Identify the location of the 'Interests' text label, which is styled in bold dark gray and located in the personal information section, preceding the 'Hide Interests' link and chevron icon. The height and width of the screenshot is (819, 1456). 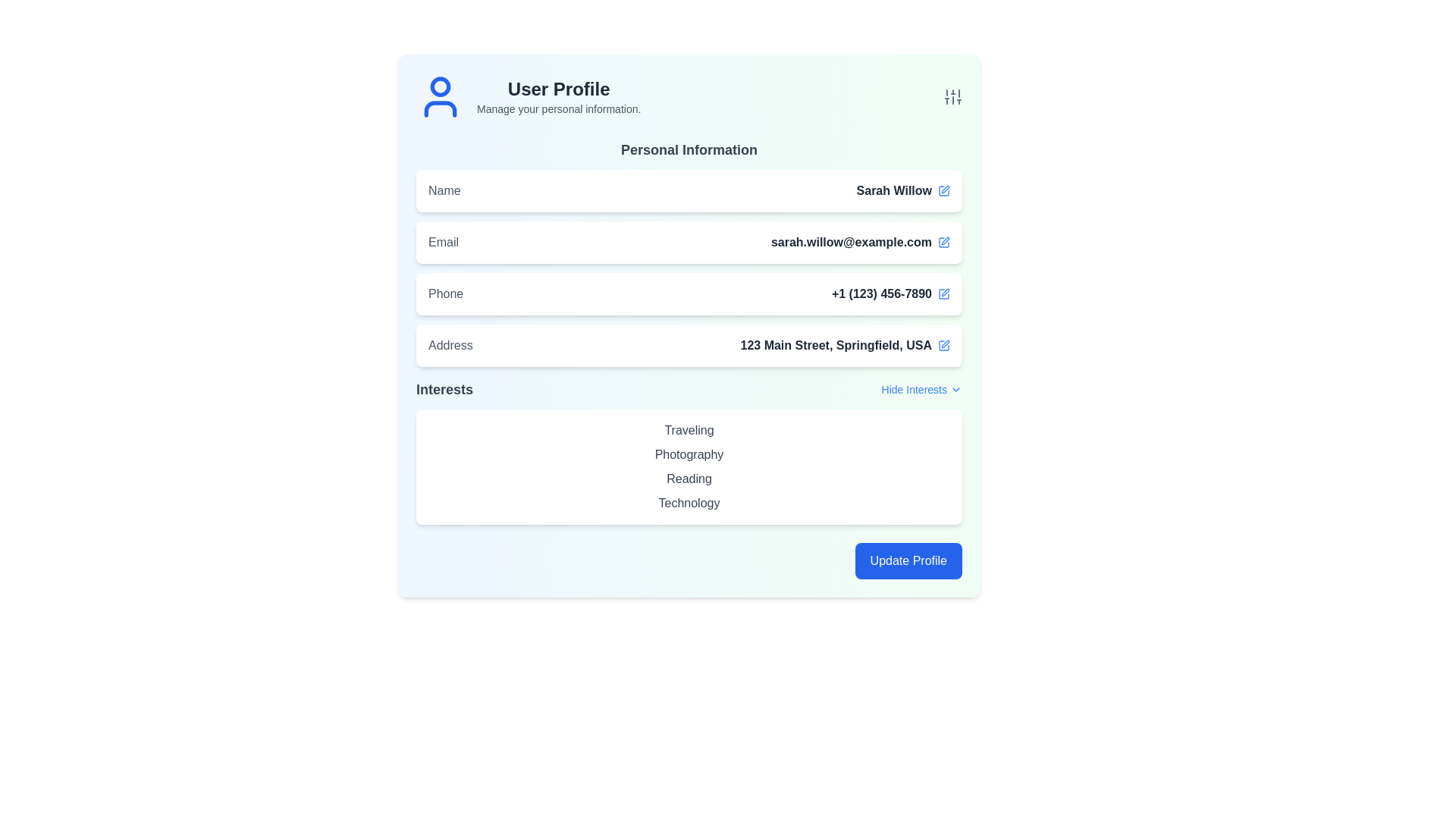
(444, 388).